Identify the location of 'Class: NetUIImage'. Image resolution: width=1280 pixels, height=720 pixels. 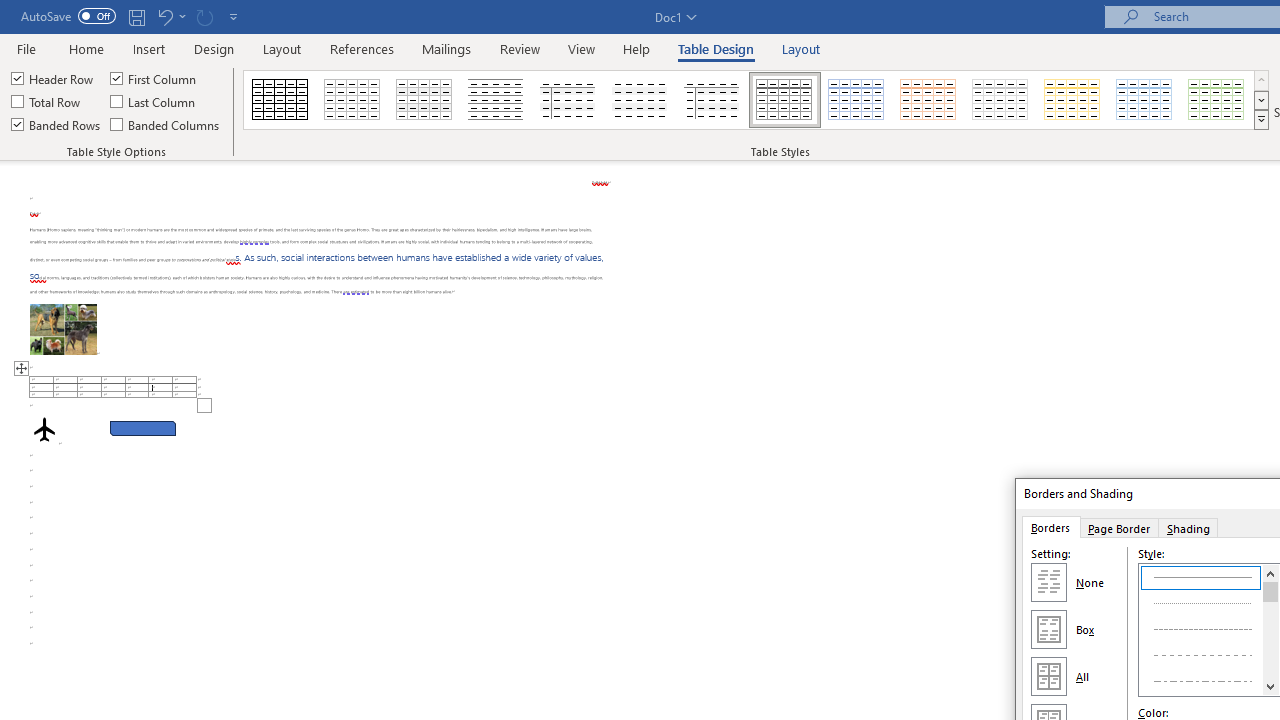
(1261, 119).